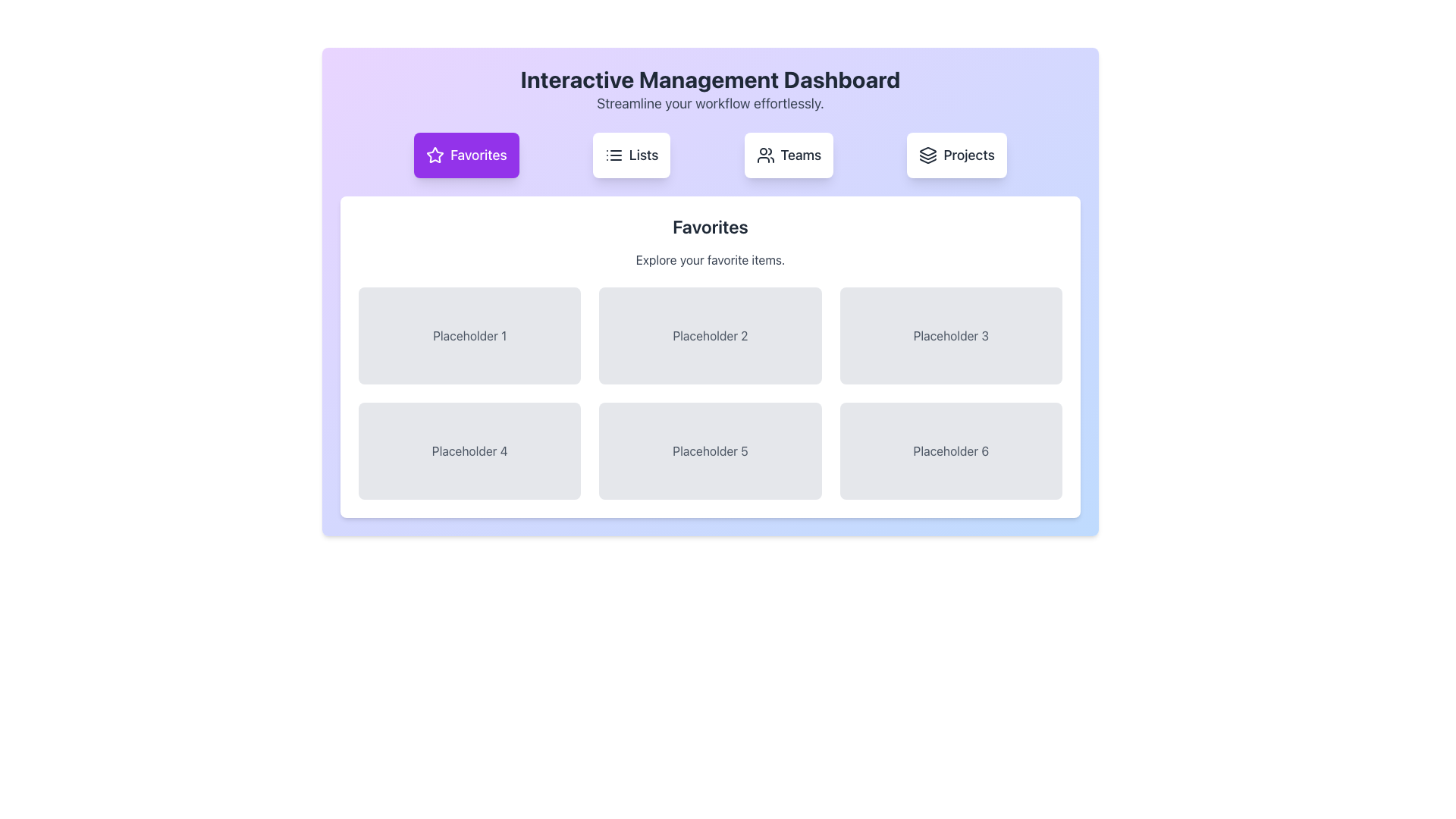 The height and width of the screenshot is (819, 1456). I want to click on the list icon, which is a minimalistic SVG representation of three horizontal lines, located to the left of the 'Lists' label in the top navigation bar, so click(613, 155).